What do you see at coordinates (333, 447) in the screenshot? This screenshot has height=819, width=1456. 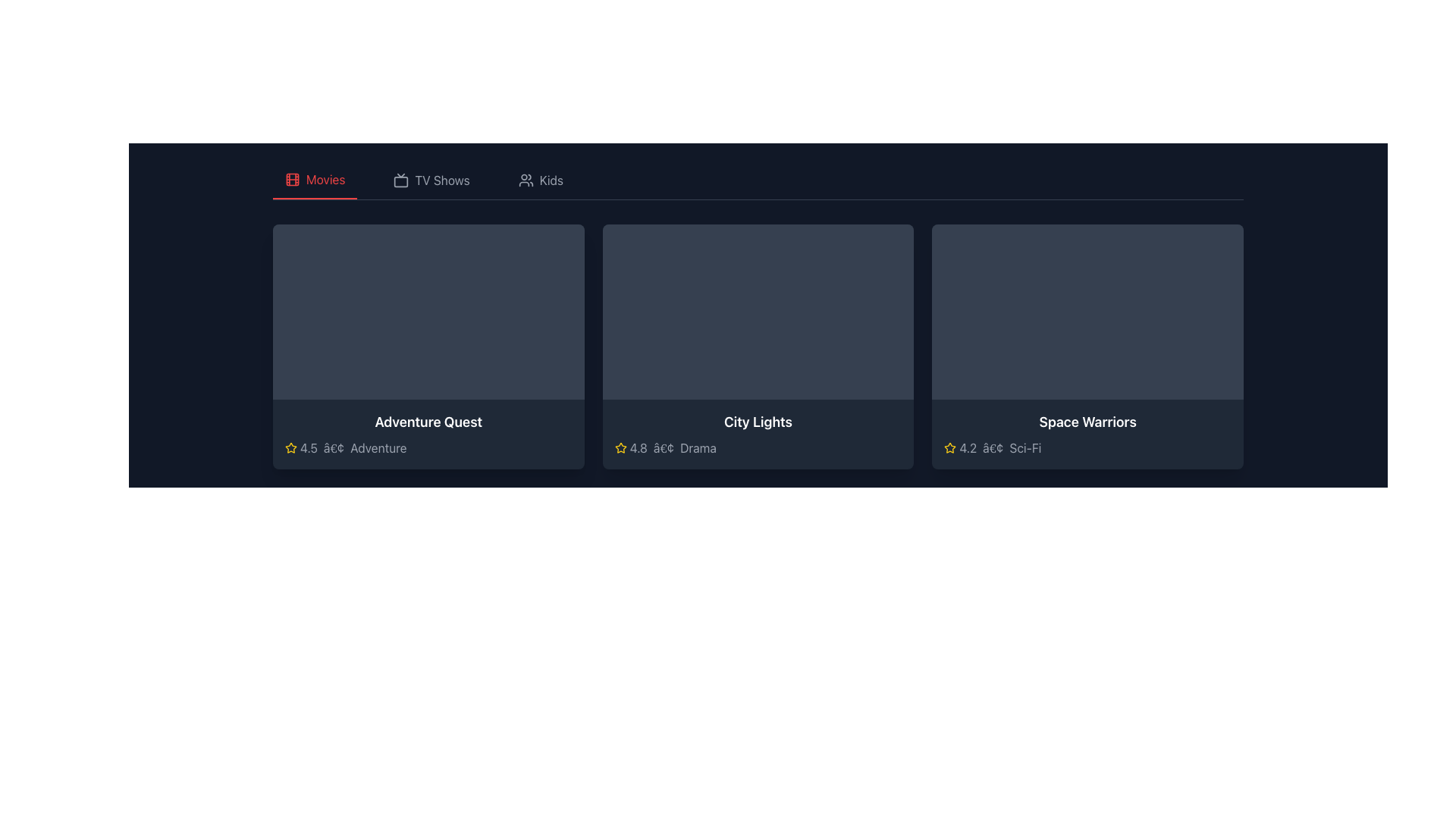 I see `the bullet point symbol ('•') that is the third item in a sequence of text and symbols, positioned between a star icon and the label 'Adventure'` at bounding box center [333, 447].